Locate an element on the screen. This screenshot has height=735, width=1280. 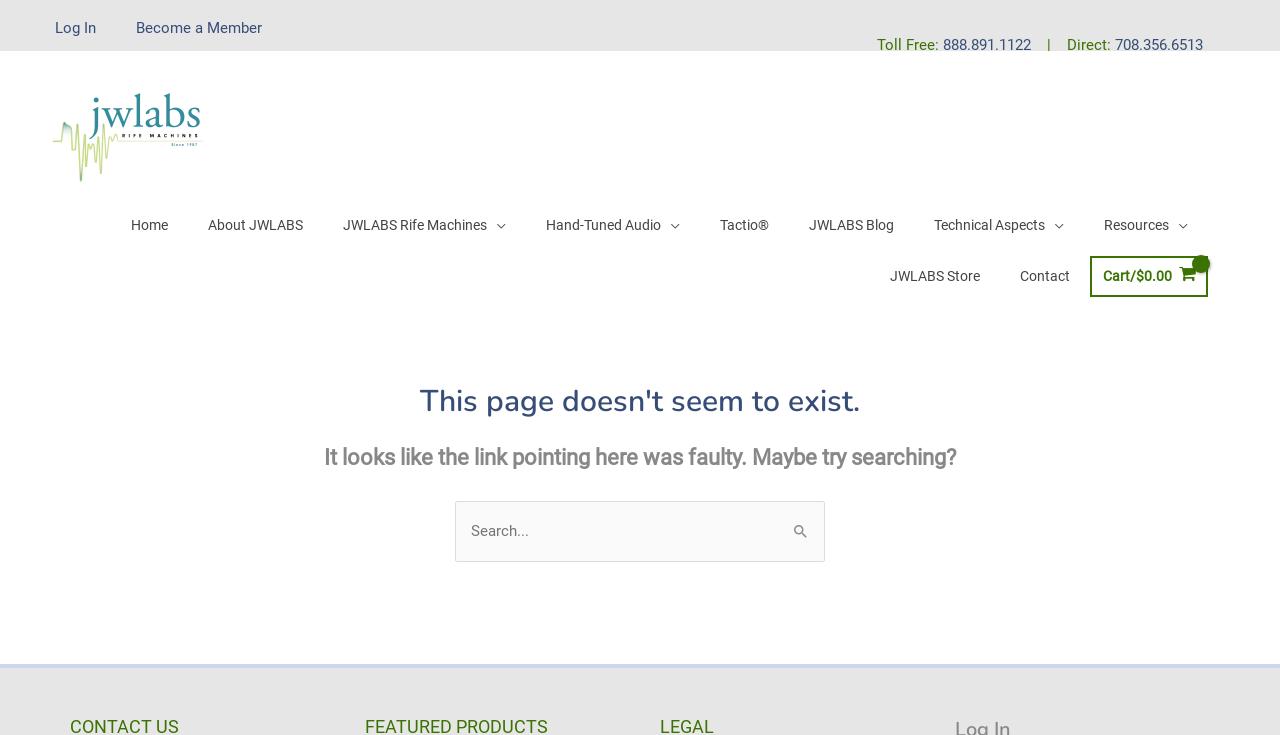
'Technical Aspects' is located at coordinates (931, 223).